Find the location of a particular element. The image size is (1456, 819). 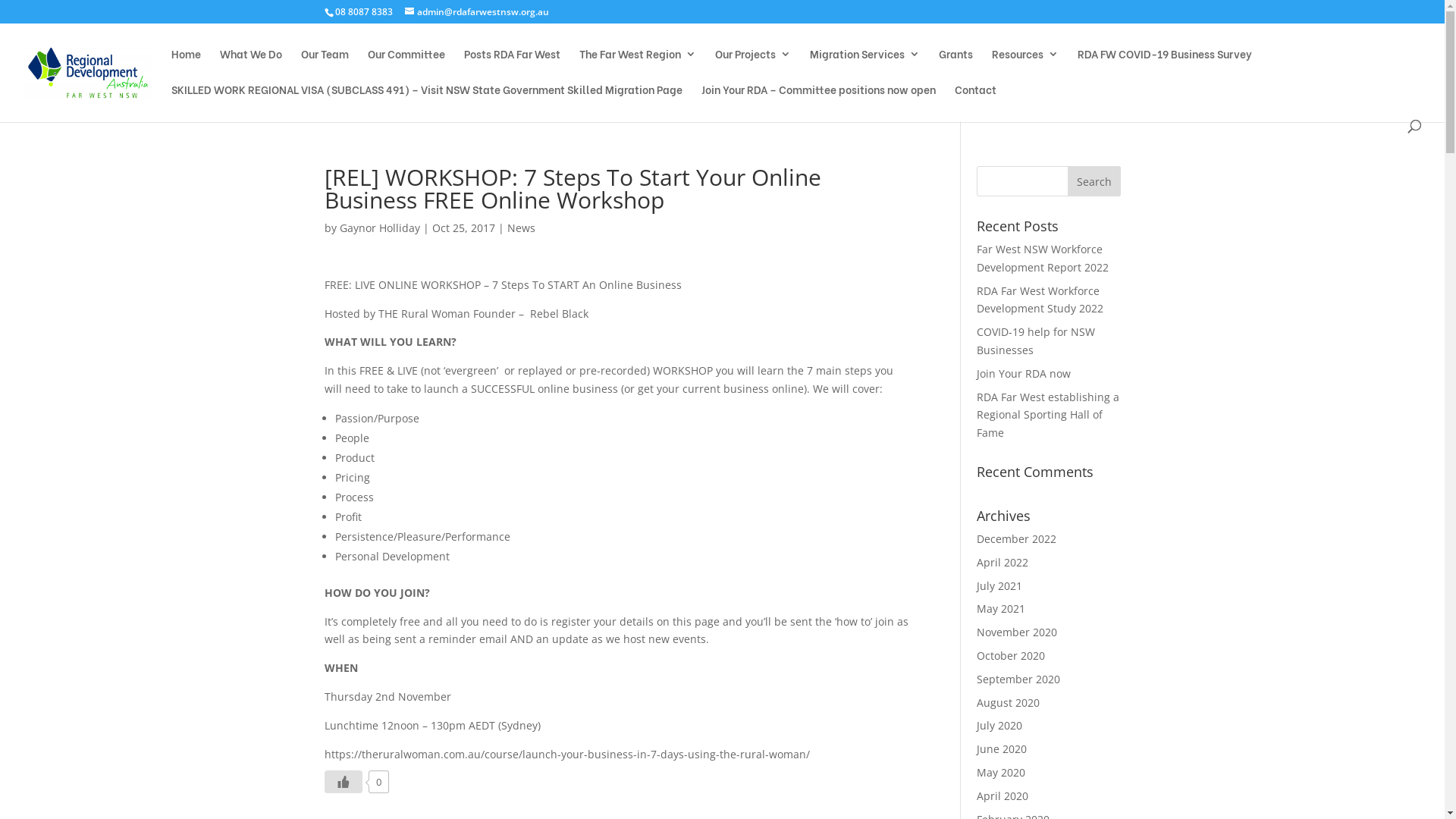

'May 2020' is located at coordinates (1001, 772).